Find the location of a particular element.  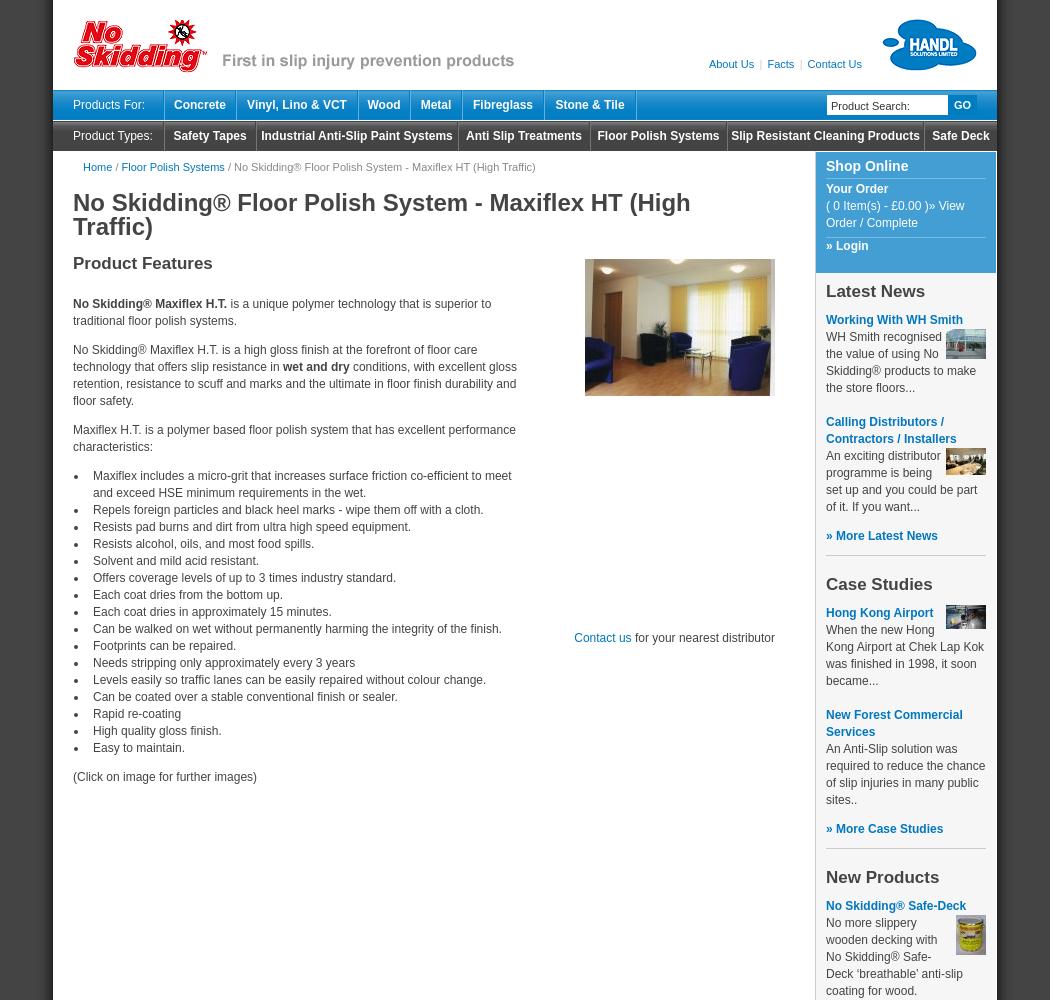

'No Skidding® Maxiflex H.T. is a high gloss finish at the forefront of floor care technology that offers slip resistance in' is located at coordinates (71, 357).